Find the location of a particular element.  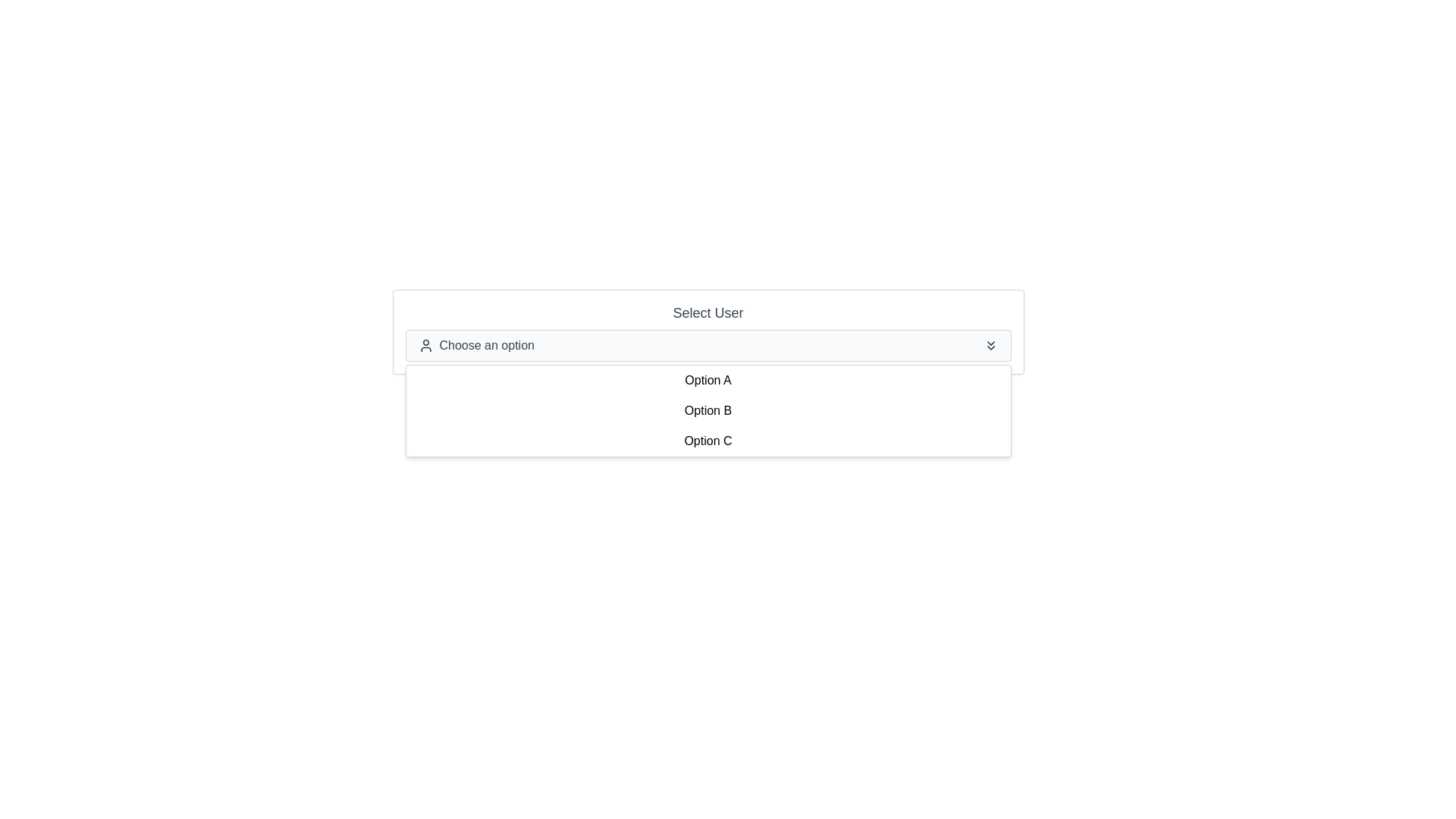

the third item in the dropdown list, which displays 'Option C' in black font against a white background is located at coordinates (708, 441).